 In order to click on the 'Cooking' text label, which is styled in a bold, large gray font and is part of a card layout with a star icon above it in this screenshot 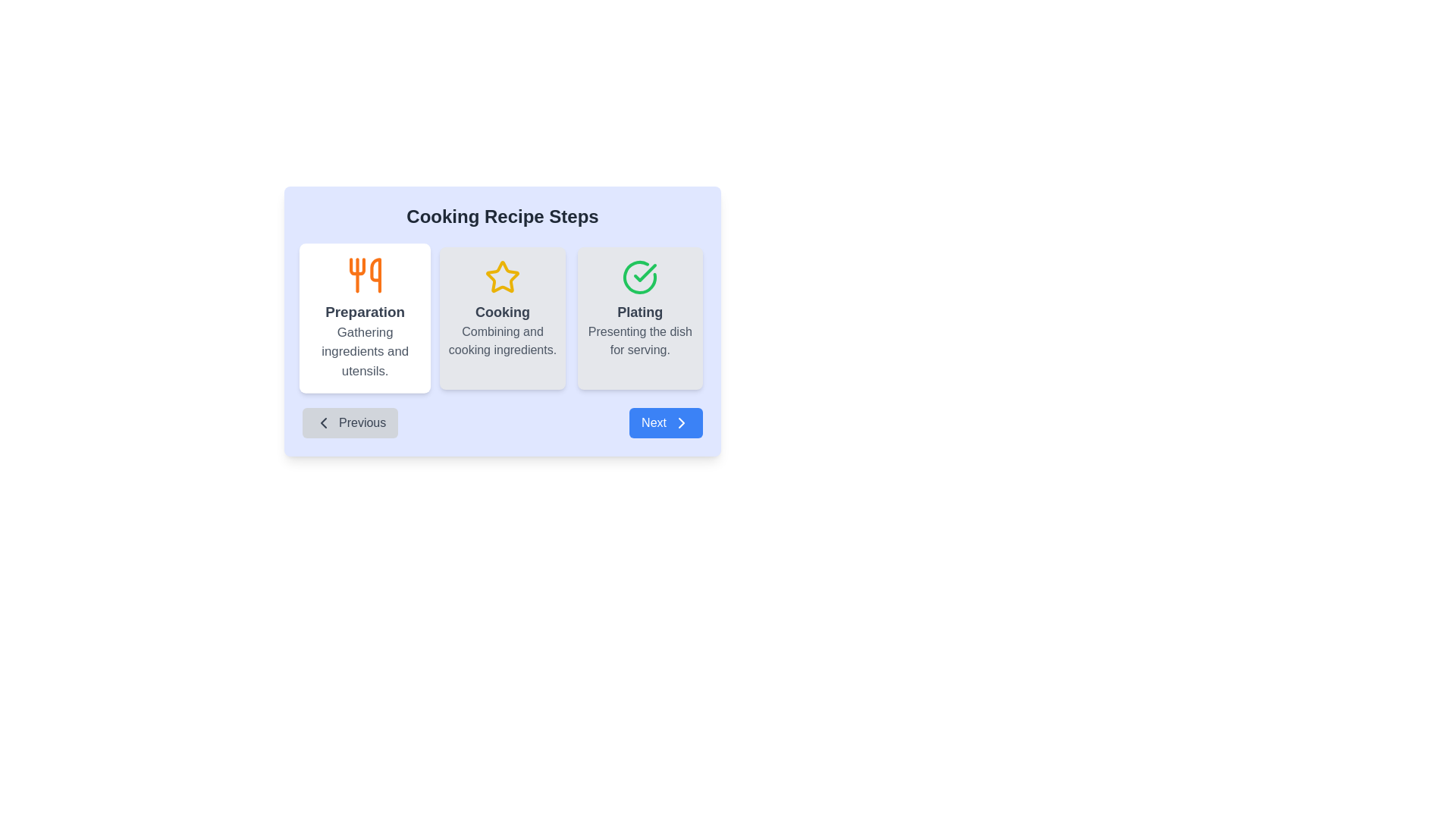, I will do `click(502, 312)`.